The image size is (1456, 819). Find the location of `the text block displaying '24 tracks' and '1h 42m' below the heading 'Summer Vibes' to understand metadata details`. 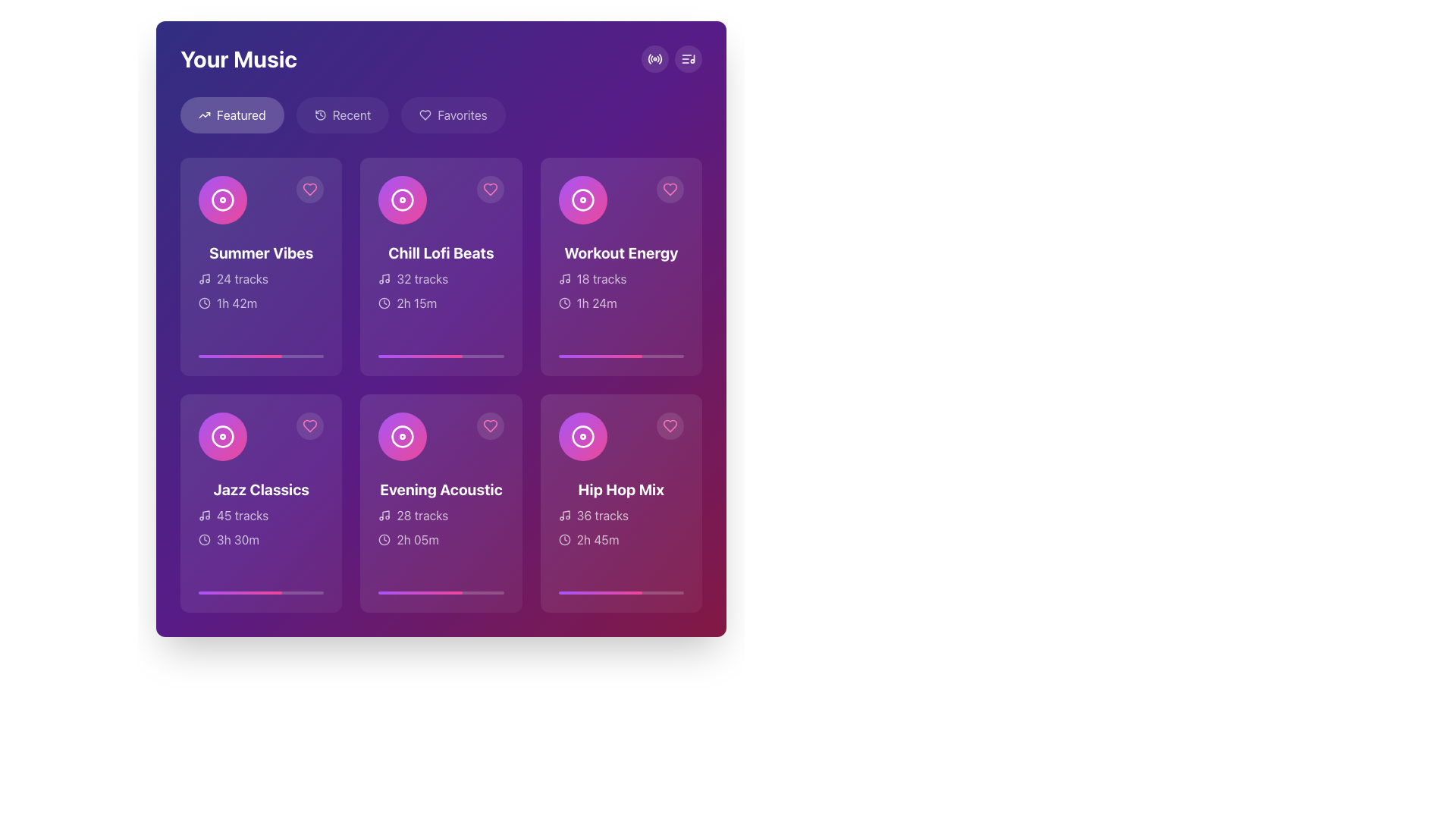

the text block displaying '24 tracks' and '1h 42m' below the heading 'Summer Vibes' to understand metadata details is located at coordinates (261, 291).